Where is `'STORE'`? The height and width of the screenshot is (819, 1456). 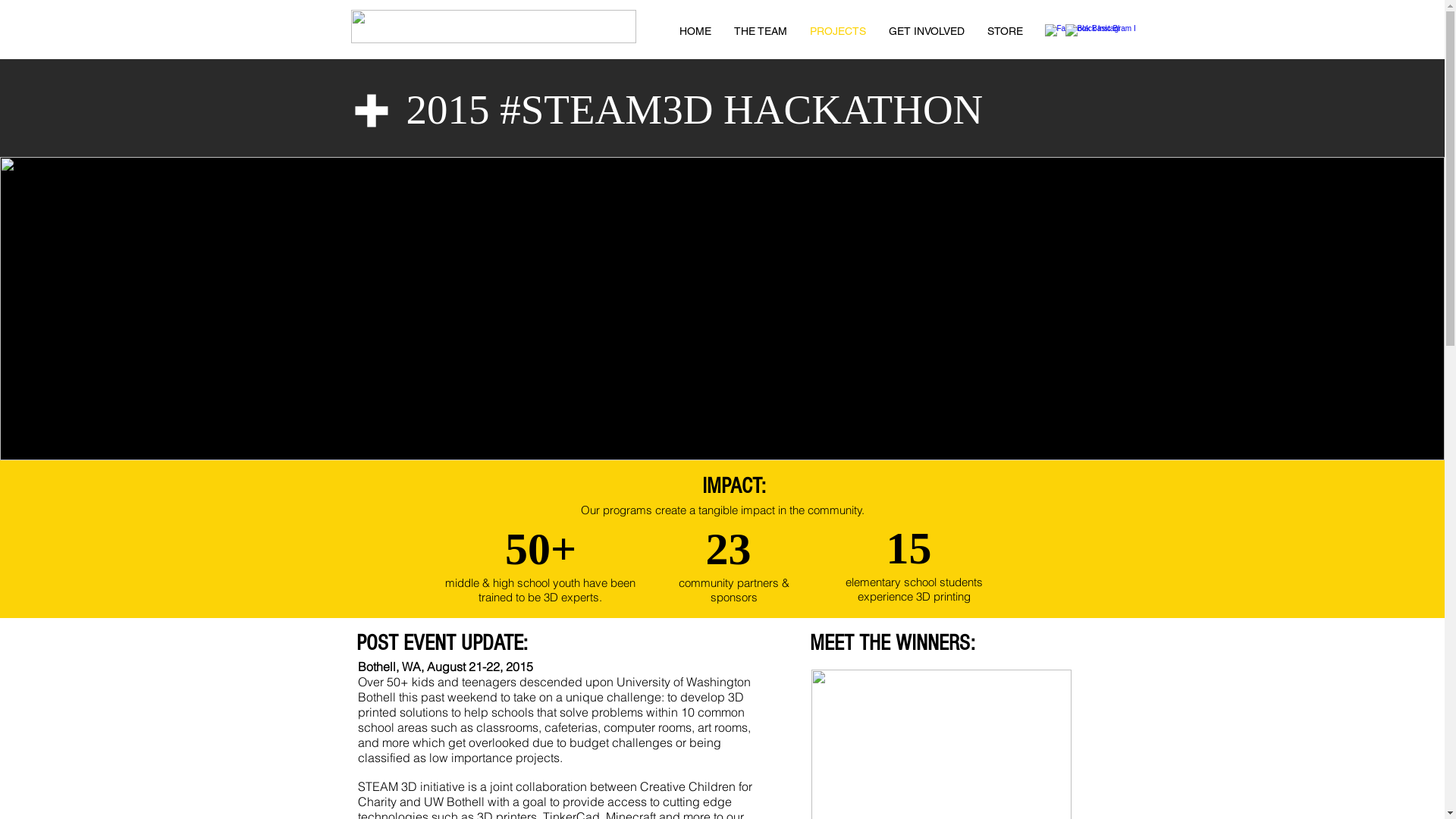 'STORE' is located at coordinates (975, 31).